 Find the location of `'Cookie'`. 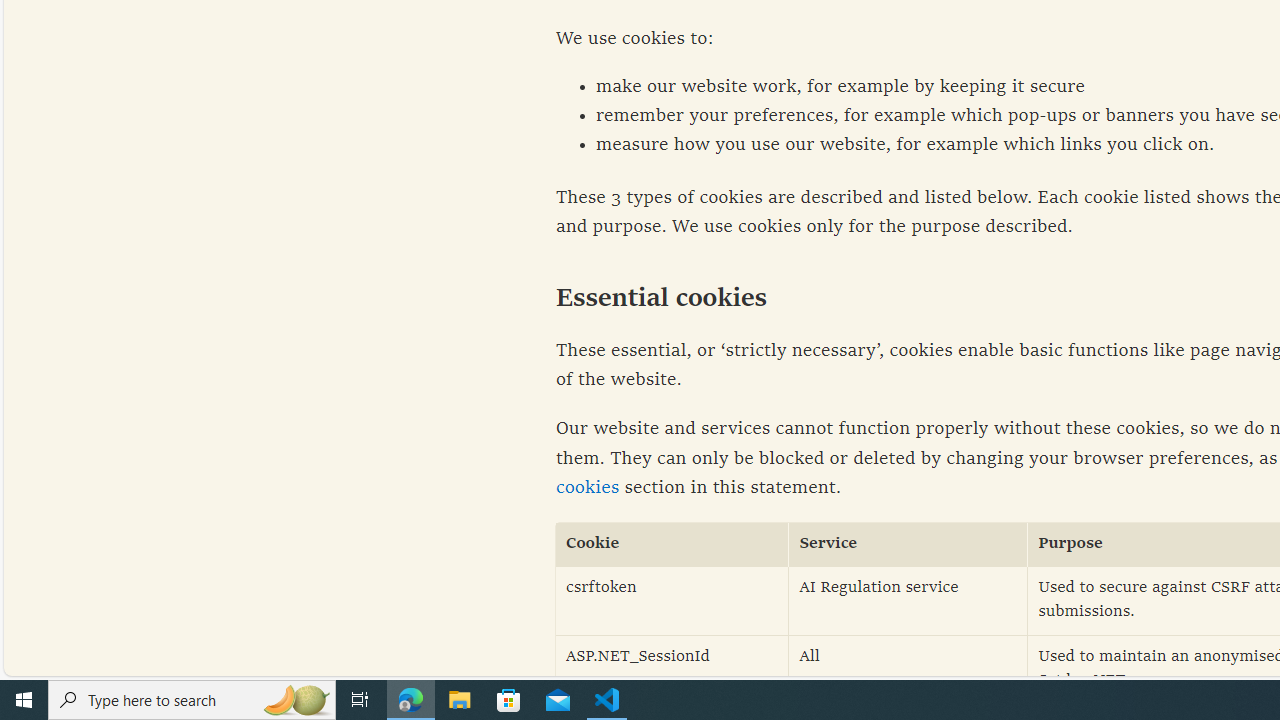

'Cookie' is located at coordinates (672, 544).